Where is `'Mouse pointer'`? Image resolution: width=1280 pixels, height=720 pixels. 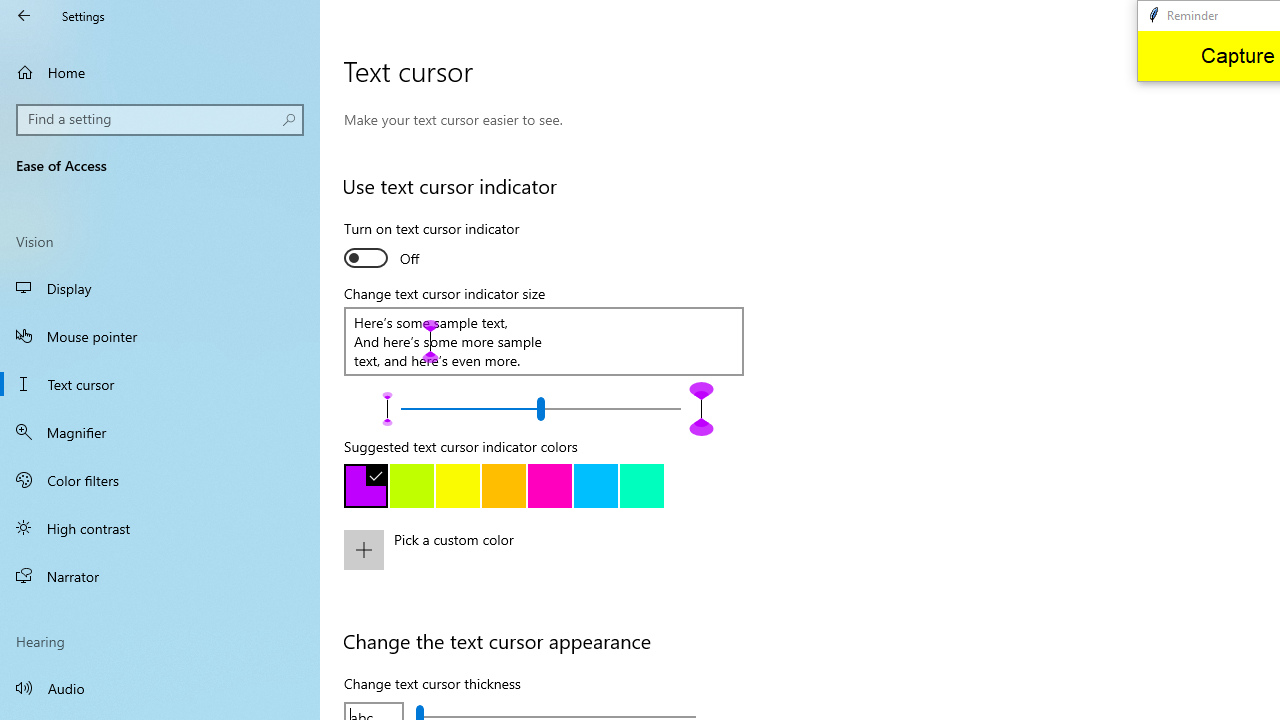
'Mouse pointer' is located at coordinates (160, 334).